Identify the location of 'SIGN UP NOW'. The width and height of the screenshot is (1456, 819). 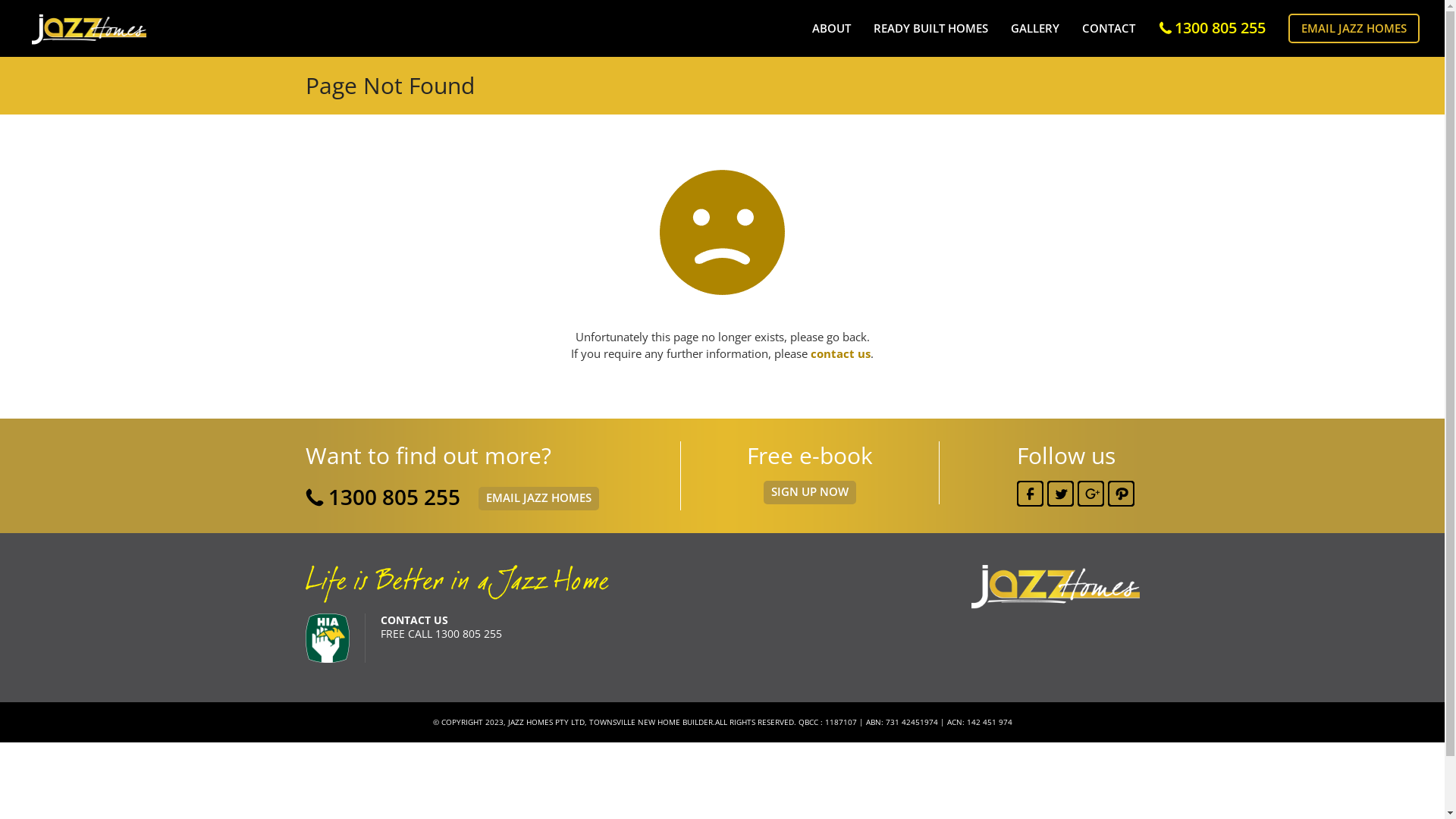
(808, 492).